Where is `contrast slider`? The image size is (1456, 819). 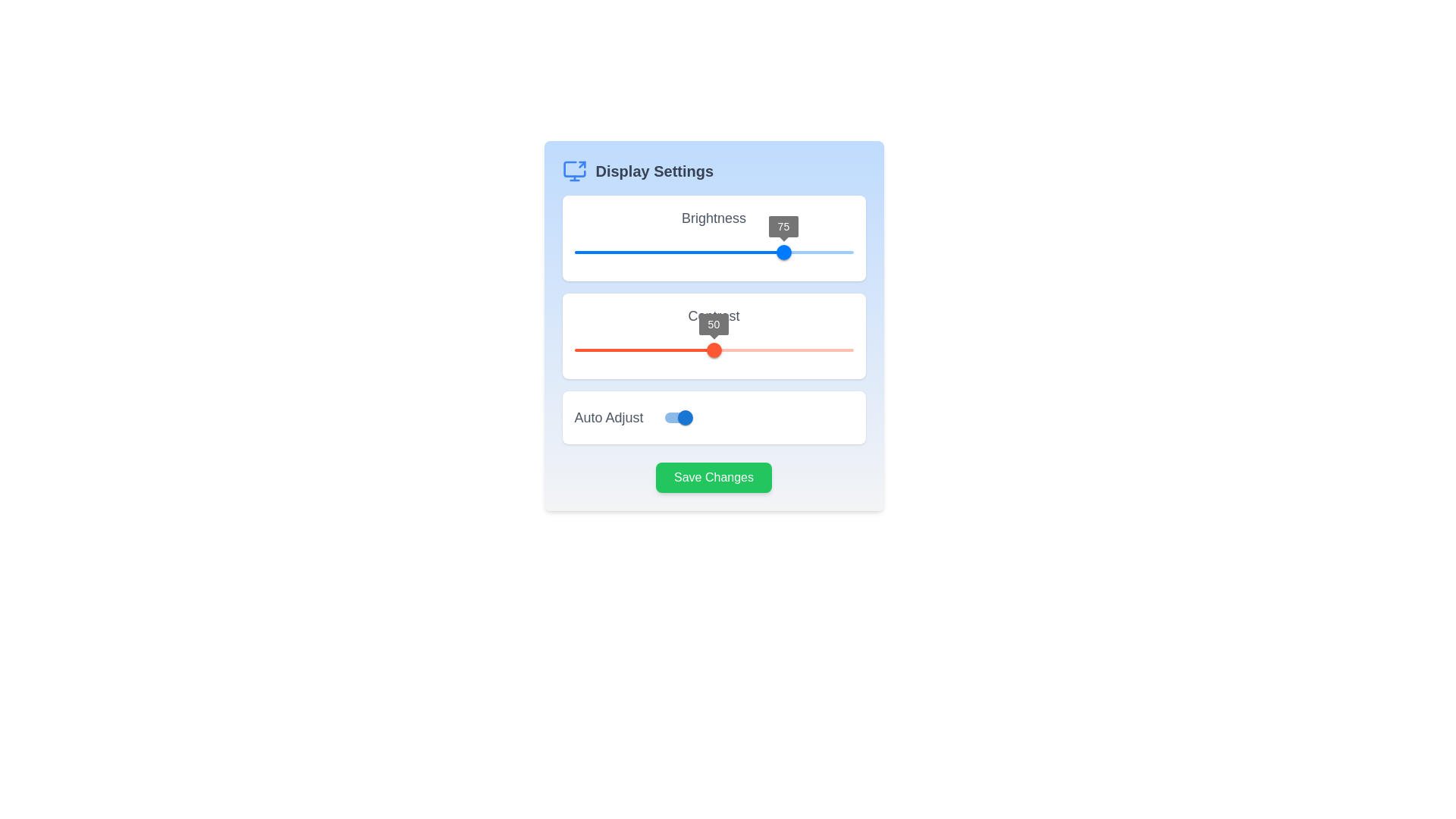 contrast slider is located at coordinates (635, 350).